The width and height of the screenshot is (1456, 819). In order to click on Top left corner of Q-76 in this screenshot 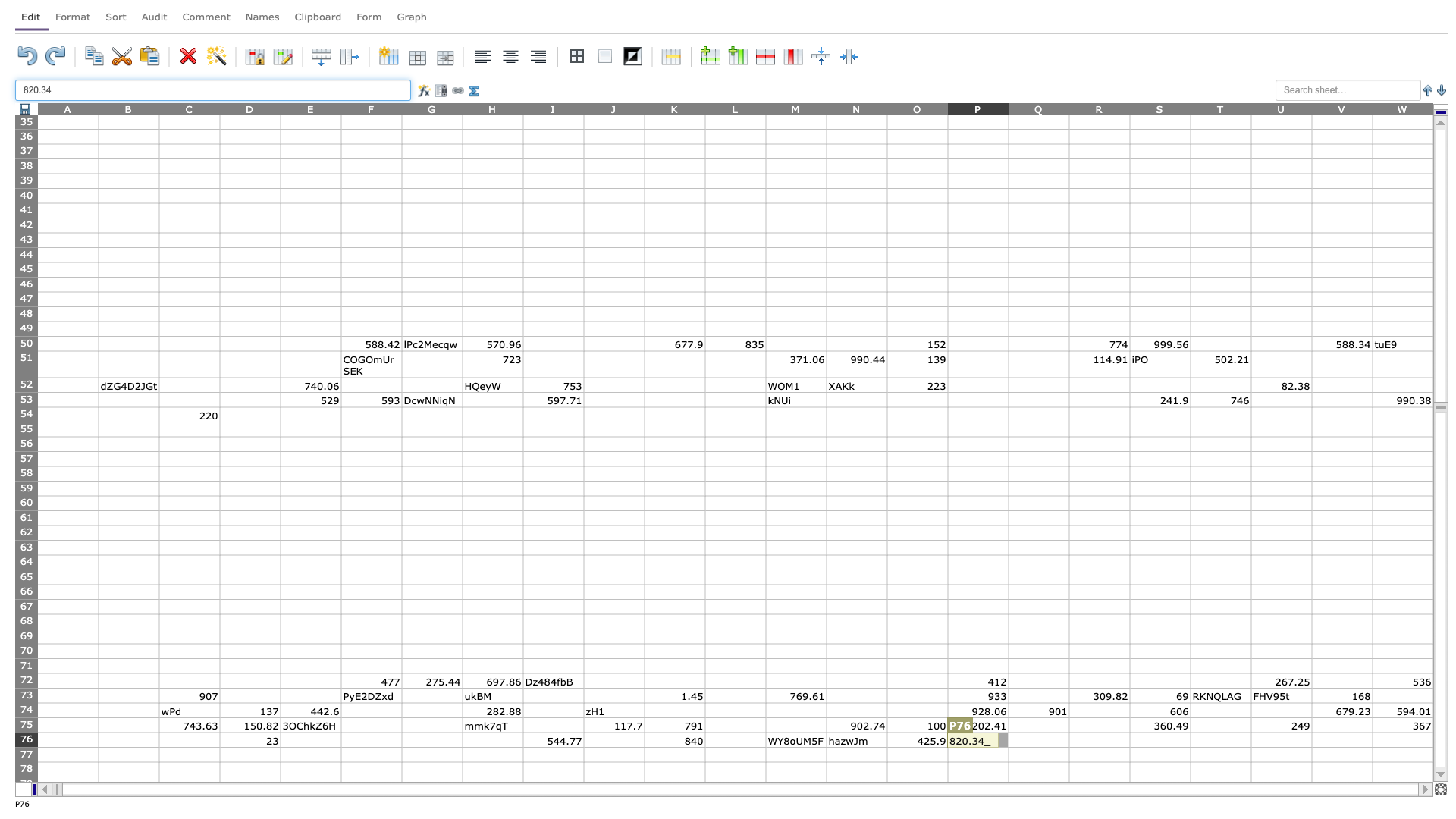, I will do `click(1008, 731)`.